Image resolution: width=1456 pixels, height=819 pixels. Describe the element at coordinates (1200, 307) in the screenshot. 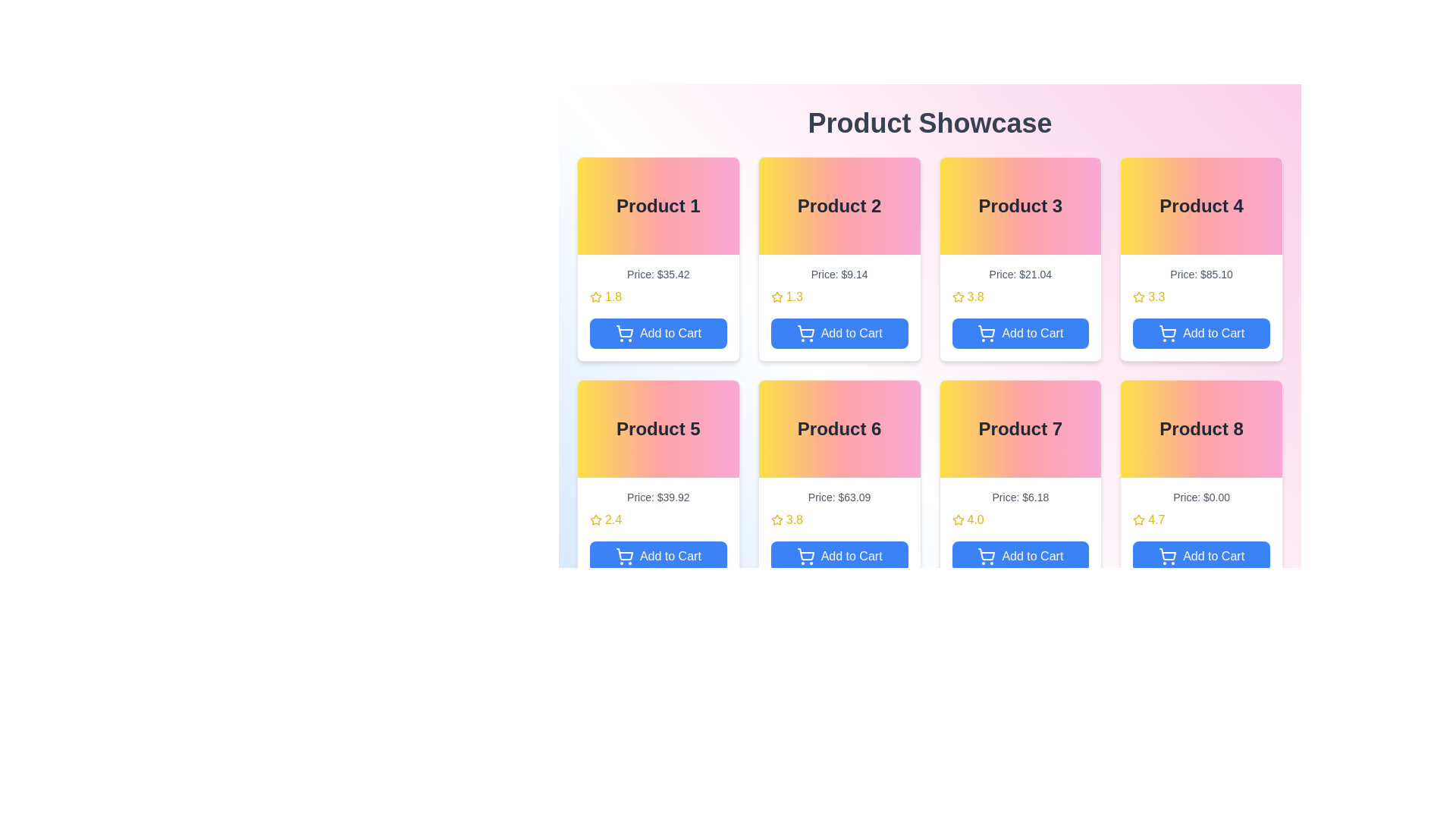

I see `the 'Add to Cart' button located in the Interactive card detail section for 'Product 4', which is positioned in the fourth slot of the product grid` at that location.